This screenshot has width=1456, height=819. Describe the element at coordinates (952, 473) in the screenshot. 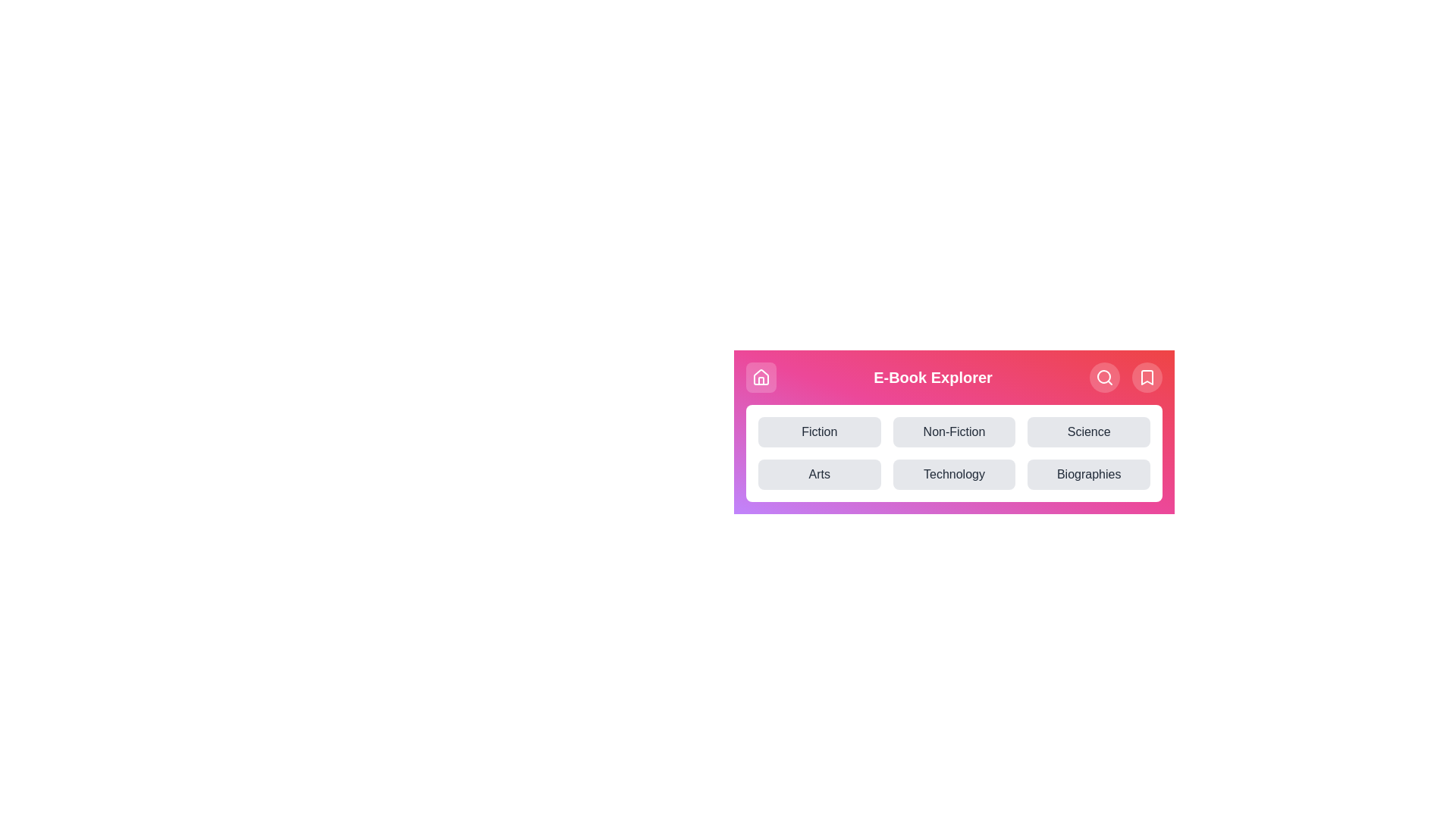

I see `the category button labeled Technology` at that location.